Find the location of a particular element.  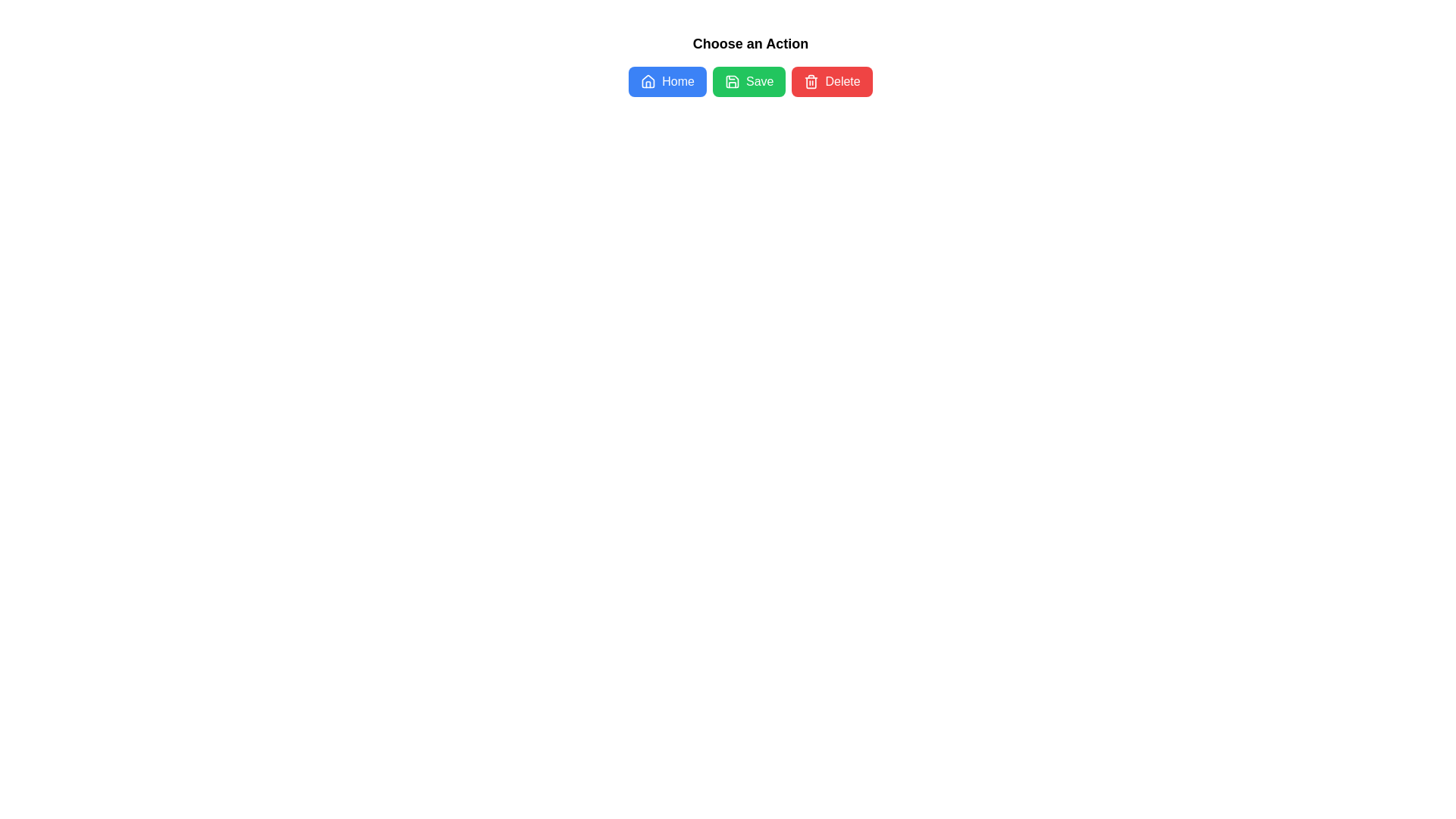

the green 'Save' button icon located at the top-center of the interface is located at coordinates (732, 82).